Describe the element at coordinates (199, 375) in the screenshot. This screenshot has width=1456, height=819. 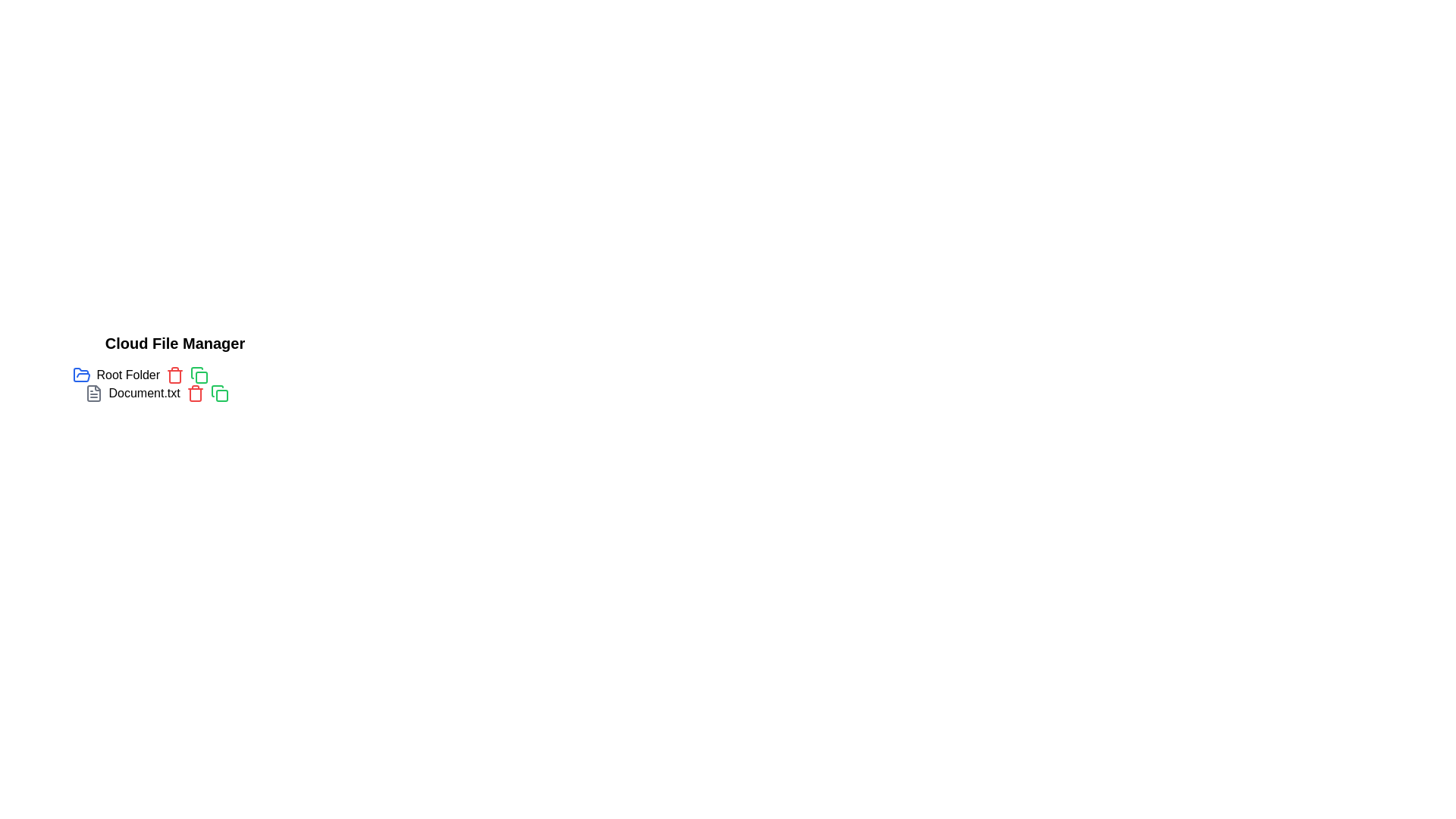
I see `the 'copy' icon located to the right of the 'Root Folder' text` at that location.